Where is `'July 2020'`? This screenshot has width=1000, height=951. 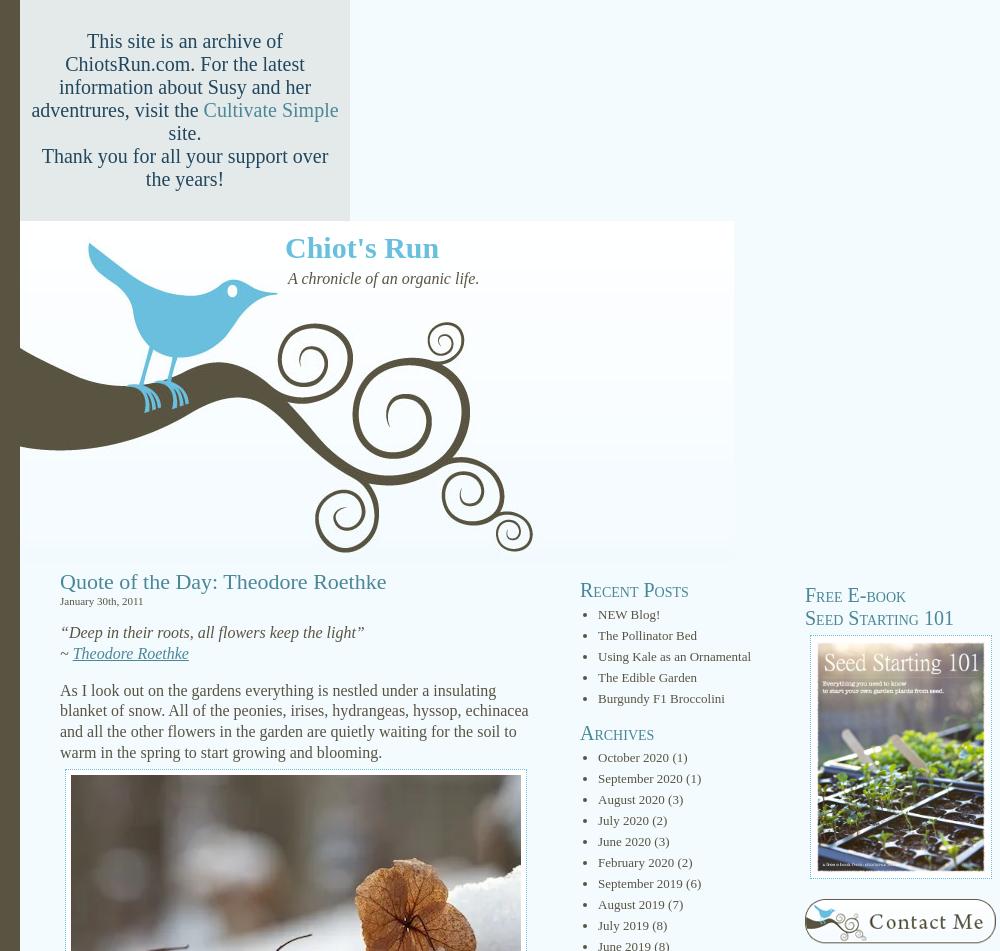 'July 2020' is located at coordinates (622, 819).